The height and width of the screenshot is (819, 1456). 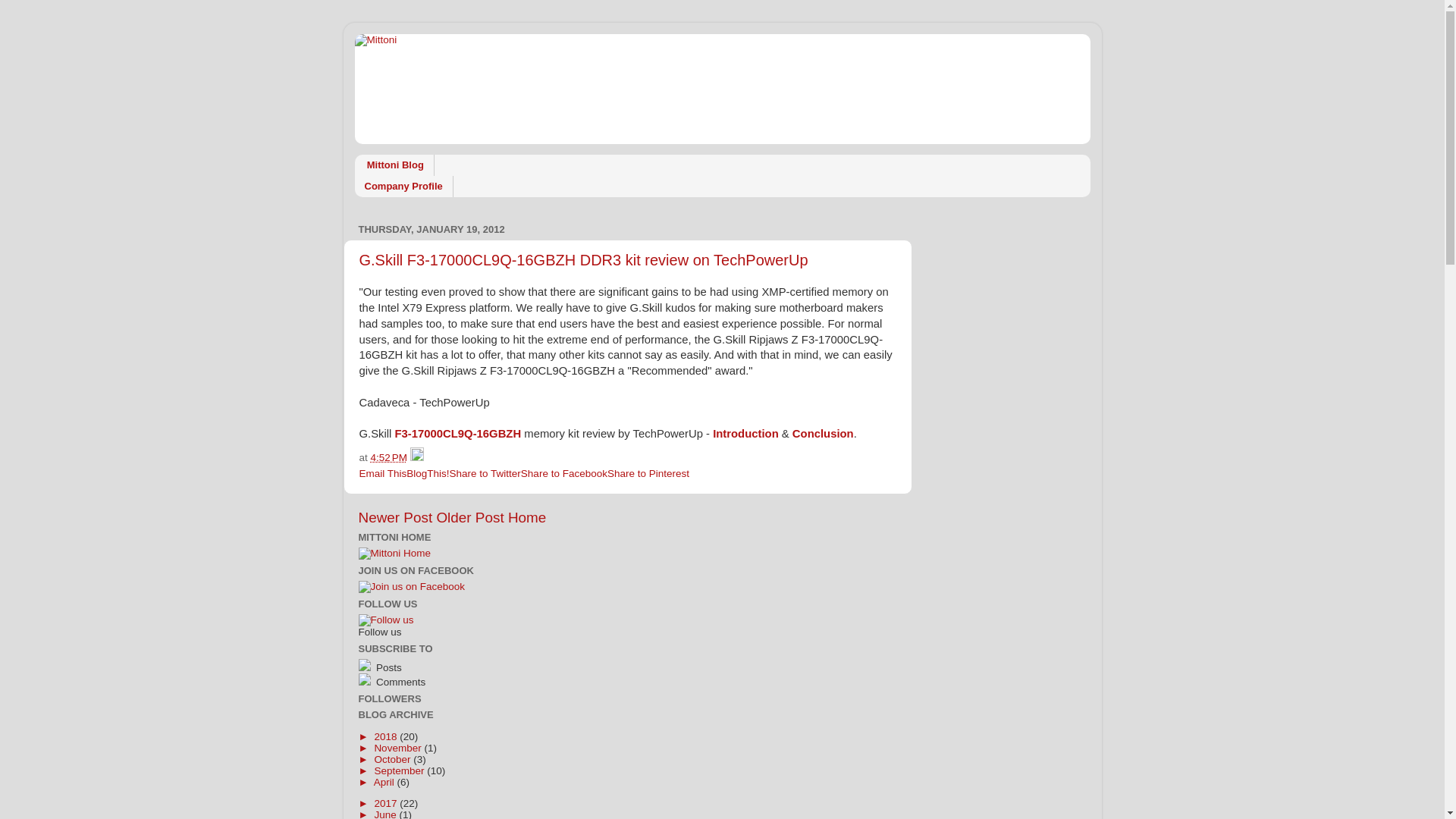 What do you see at coordinates (457, 433) in the screenshot?
I see `'F3-17000CL9Q-16GBZH'` at bounding box center [457, 433].